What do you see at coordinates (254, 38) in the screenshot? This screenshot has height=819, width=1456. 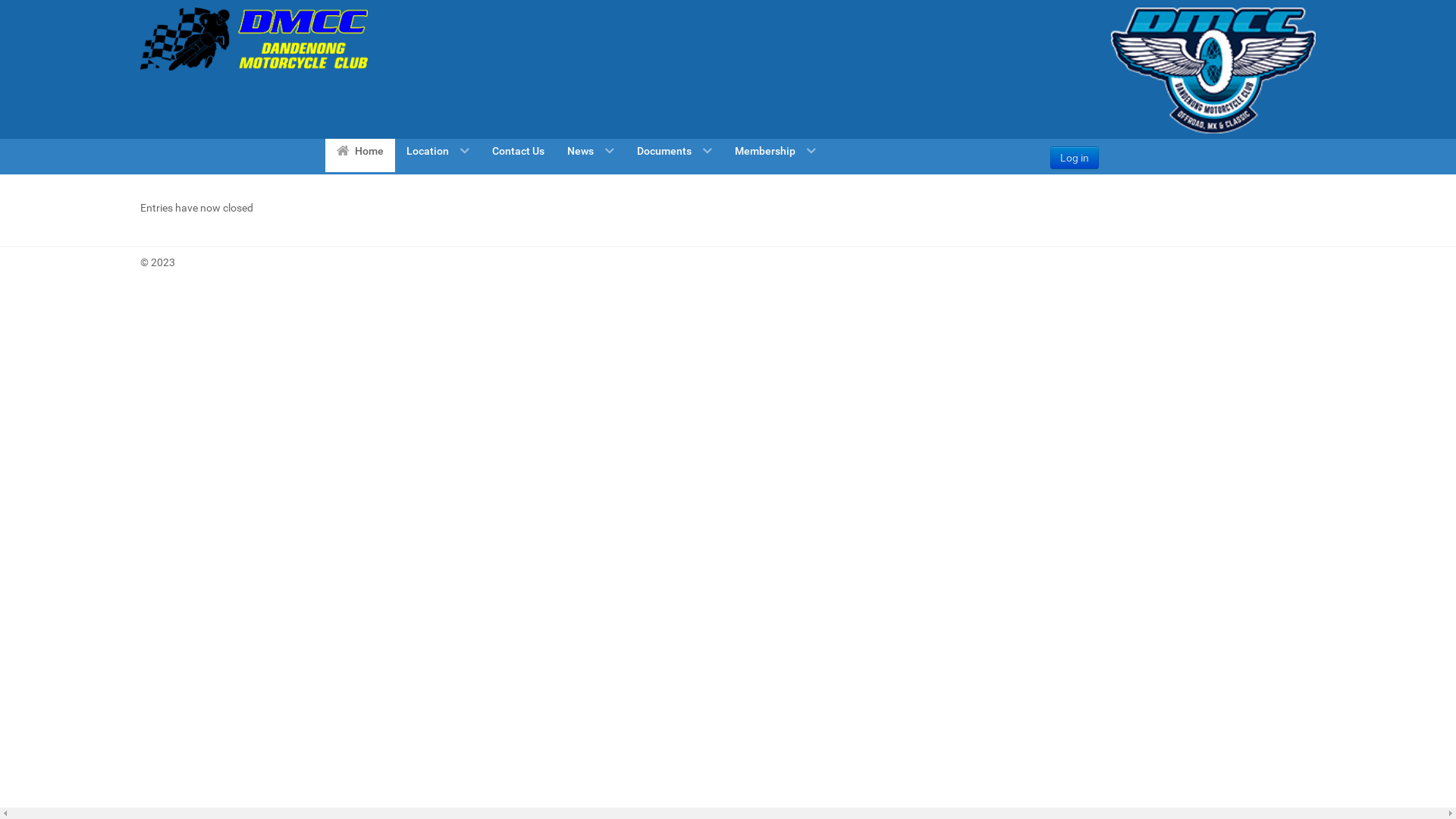 I see `'Gantry 5'` at bounding box center [254, 38].